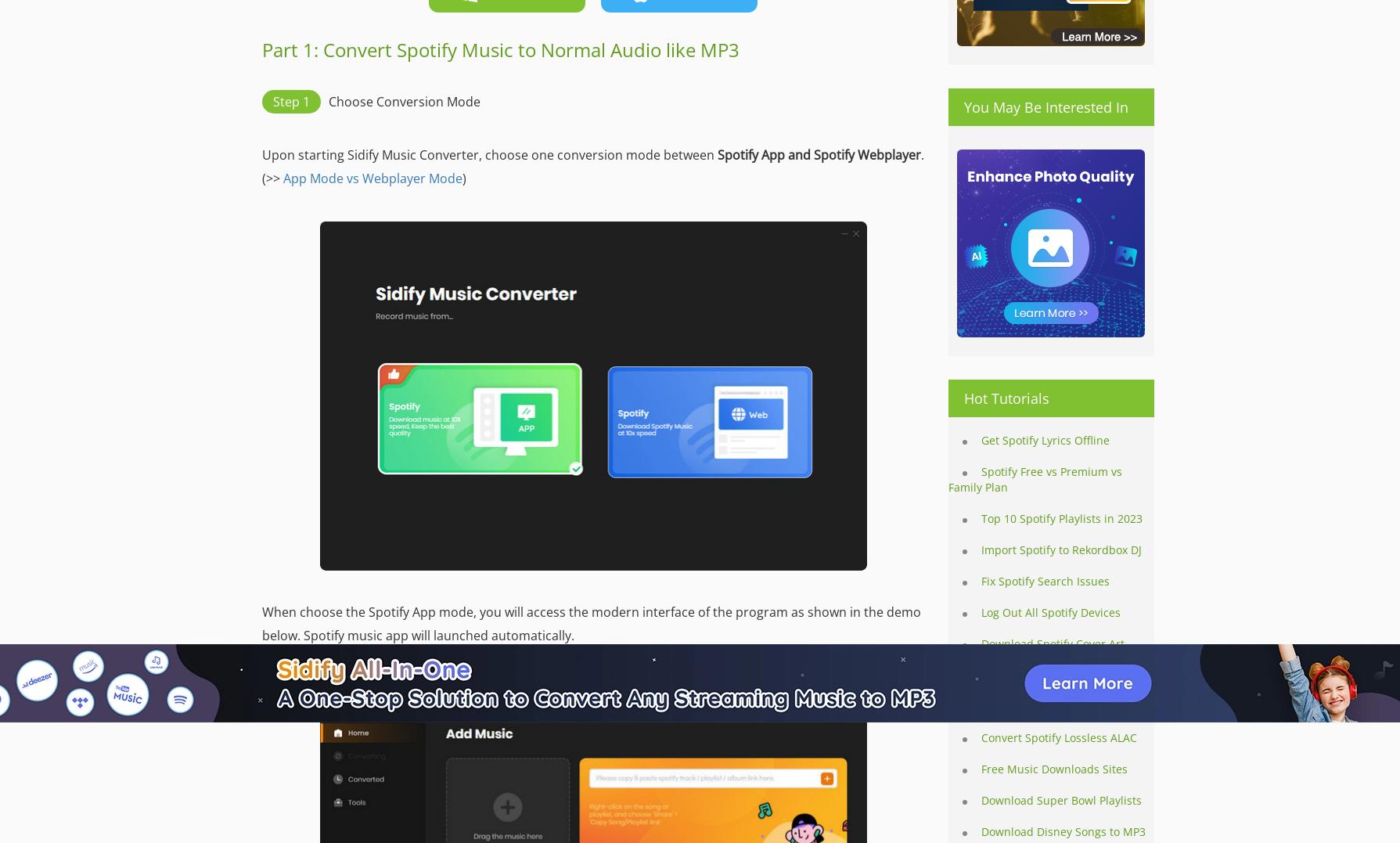  I want to click on 'Convert Spotify Lossless ALAC', so click(1059, 737).